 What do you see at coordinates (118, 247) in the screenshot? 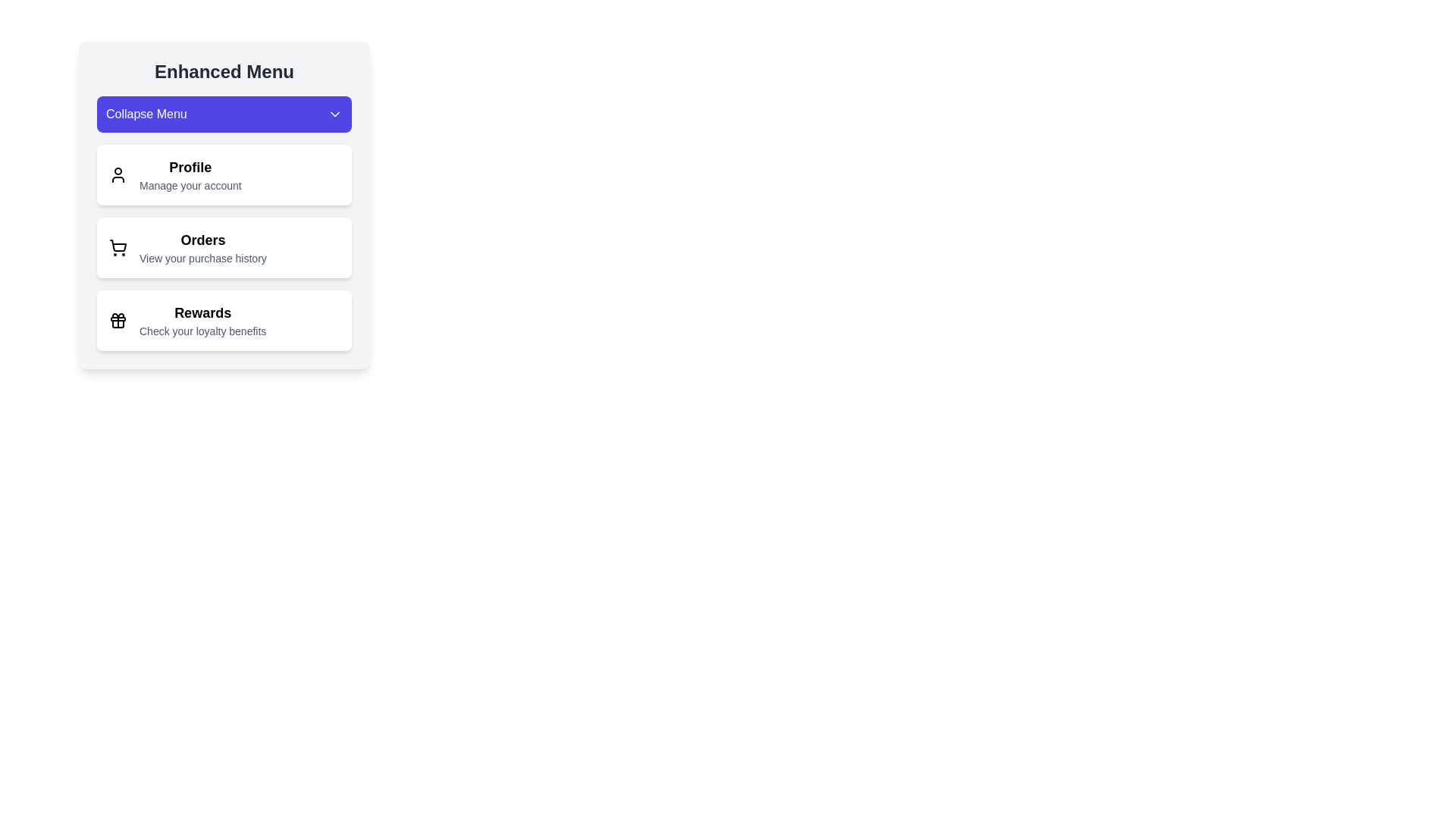
I see `the shopping cart icon located to the left of the 'Orders' label in the 'Enhanced Menu' panel` at bounding box center [118, 247].